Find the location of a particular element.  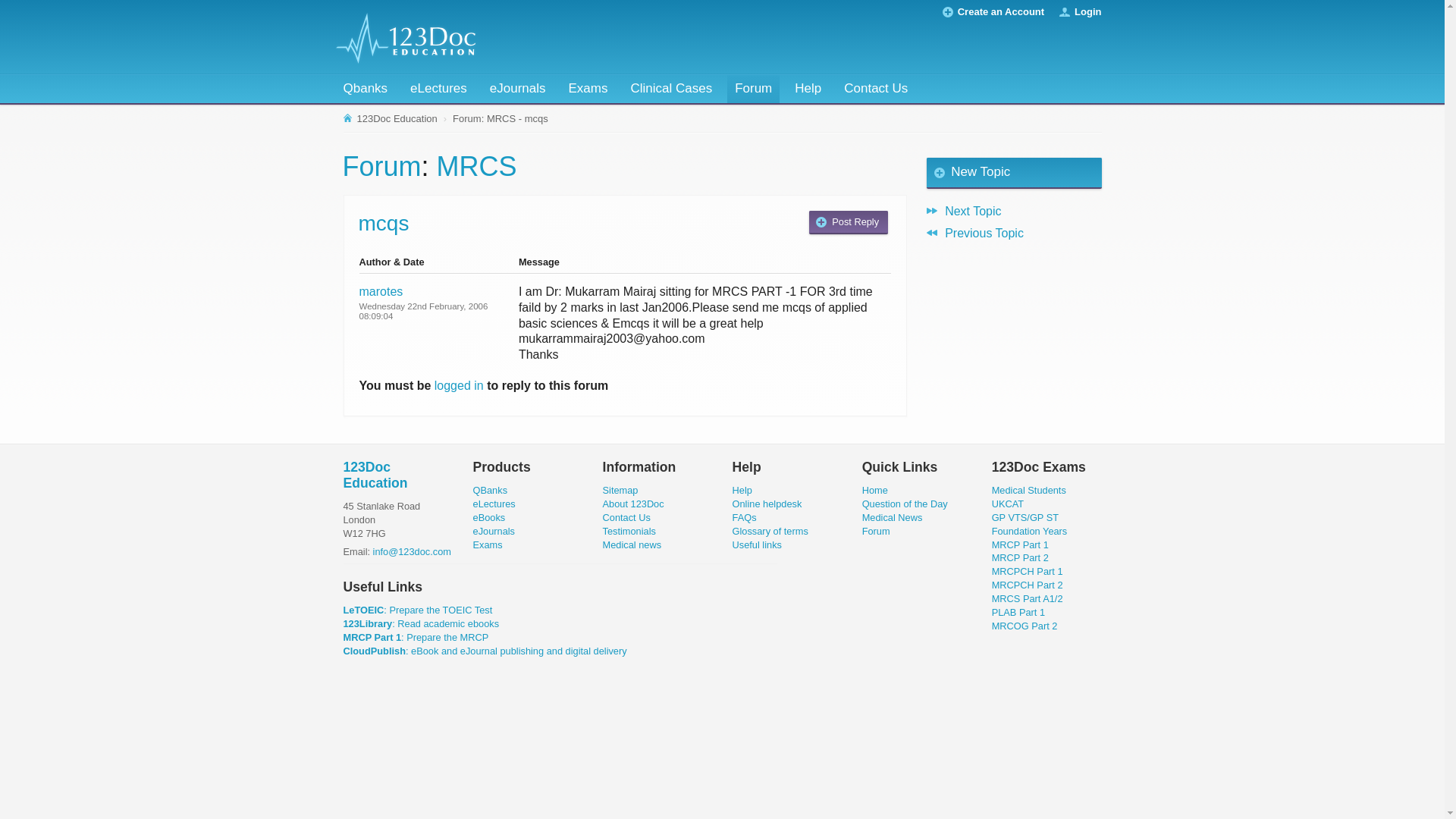

'Medical news' is located at coordinates (632, 544).